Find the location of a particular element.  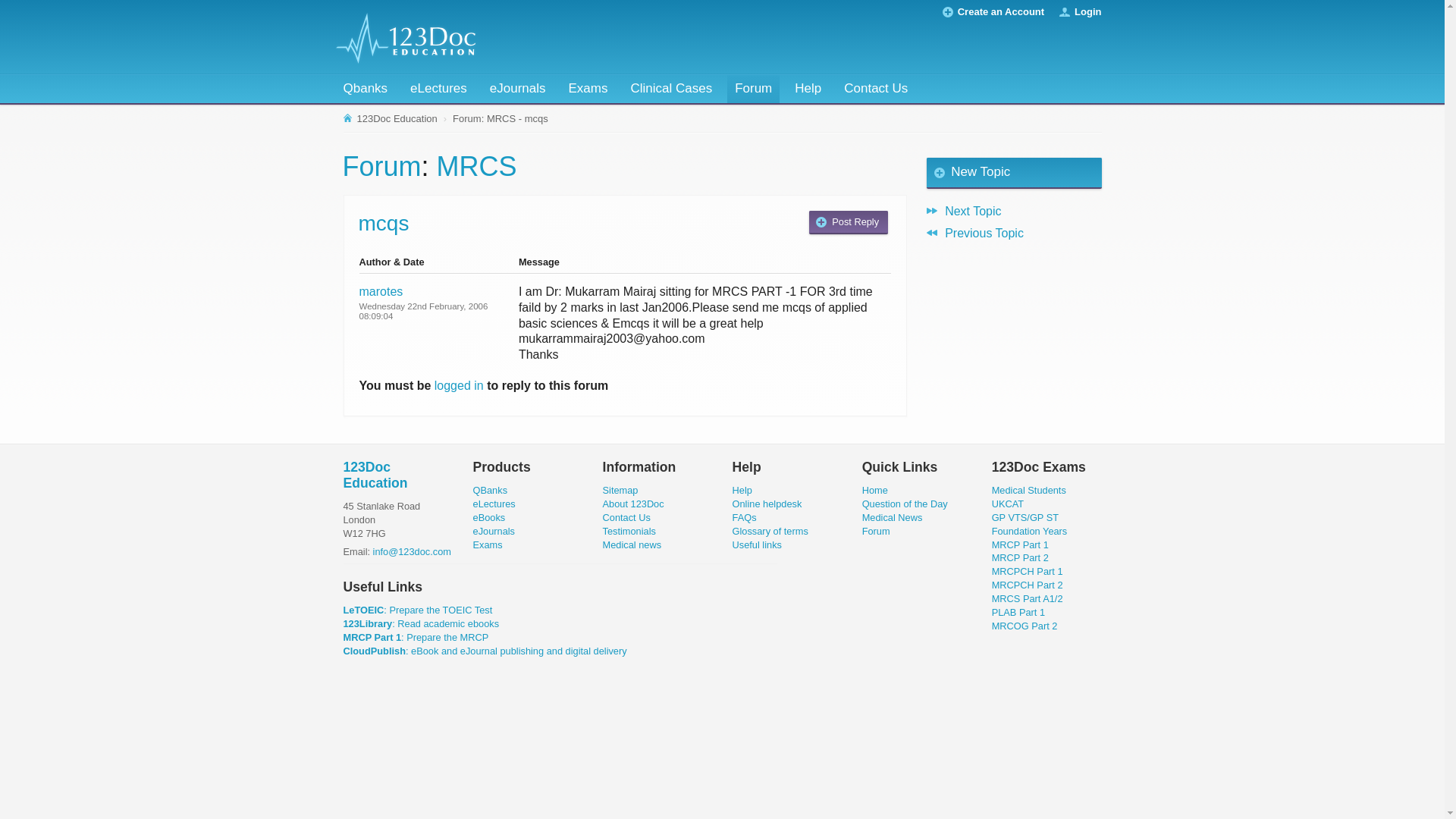

'Medical news' is located at coordinates (632, 544).